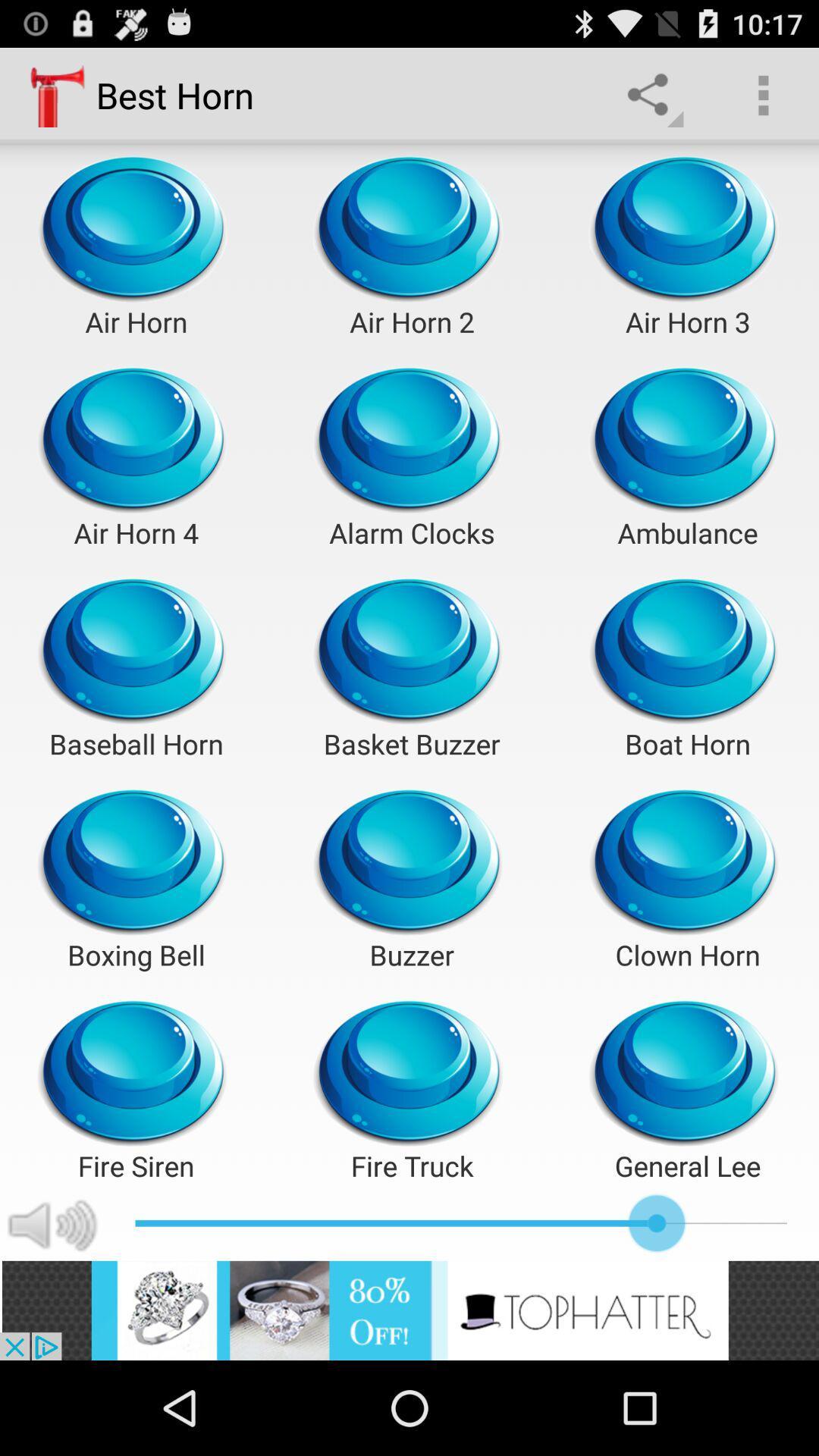  What do you see at coordinates (51, 1306) in the screenshot?
I see `the volume icon` at bounding box center [51, 1306].